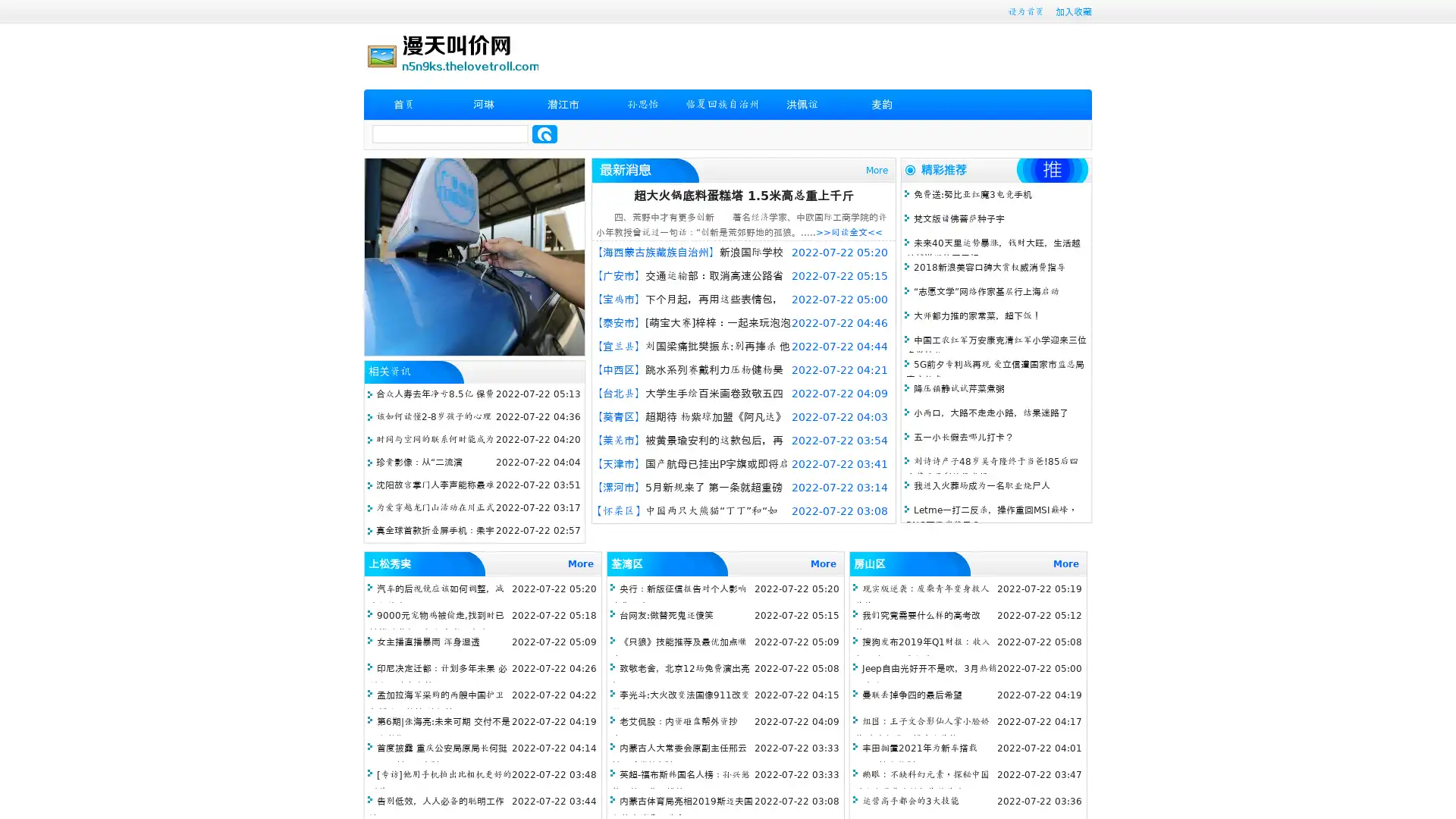 This screenshot has width=1456, height=819. Describe the element at coordinates (544, 133) in the screenshot. I see `Search` at that location.